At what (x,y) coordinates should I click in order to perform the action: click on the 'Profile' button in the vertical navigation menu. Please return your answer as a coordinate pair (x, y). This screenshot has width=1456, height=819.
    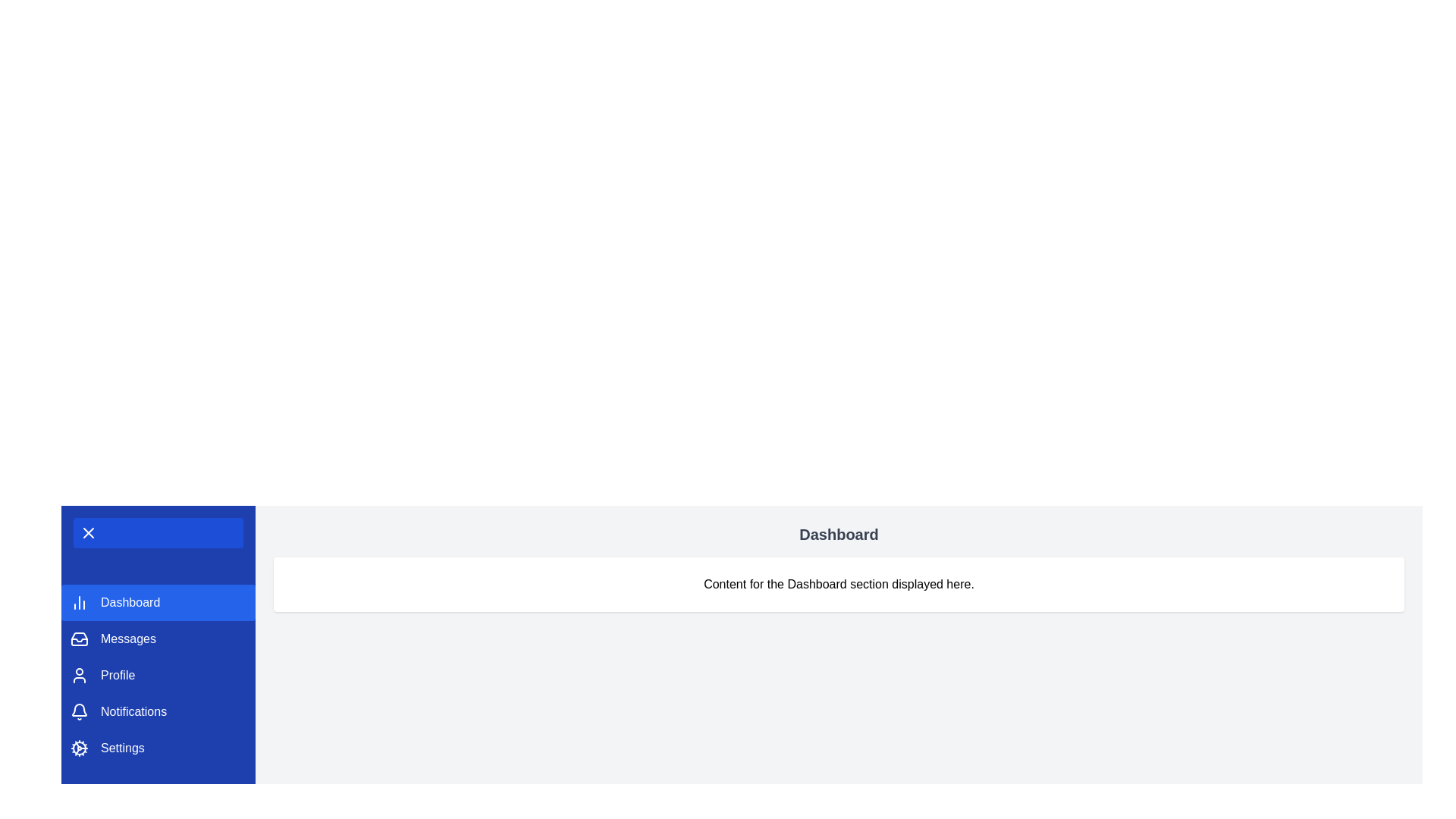
    Looking at the image, I should click on (158, 675).